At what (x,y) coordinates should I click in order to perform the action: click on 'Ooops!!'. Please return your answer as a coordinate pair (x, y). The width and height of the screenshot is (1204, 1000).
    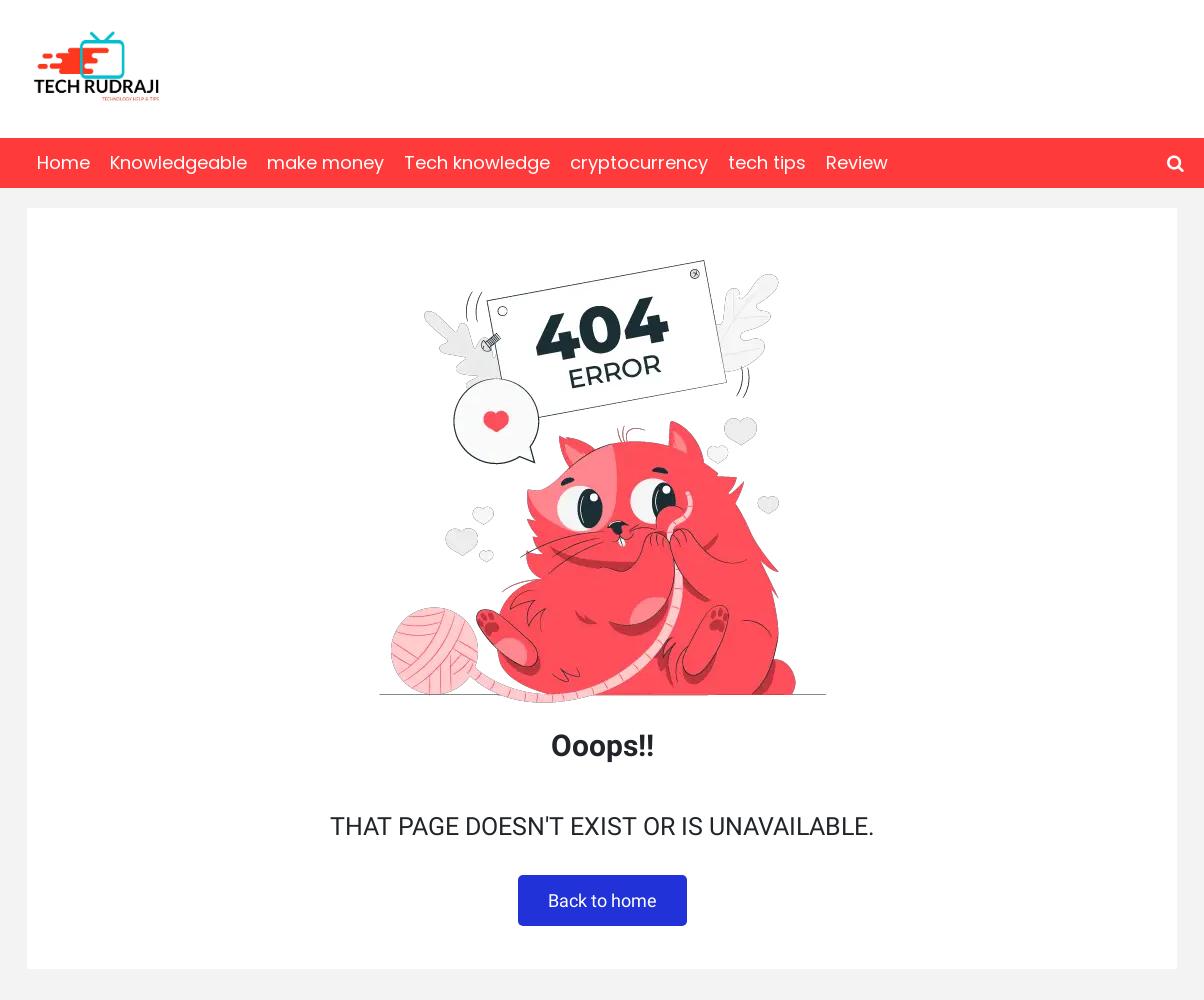
    Looking at the image, I should click on (601, 744).